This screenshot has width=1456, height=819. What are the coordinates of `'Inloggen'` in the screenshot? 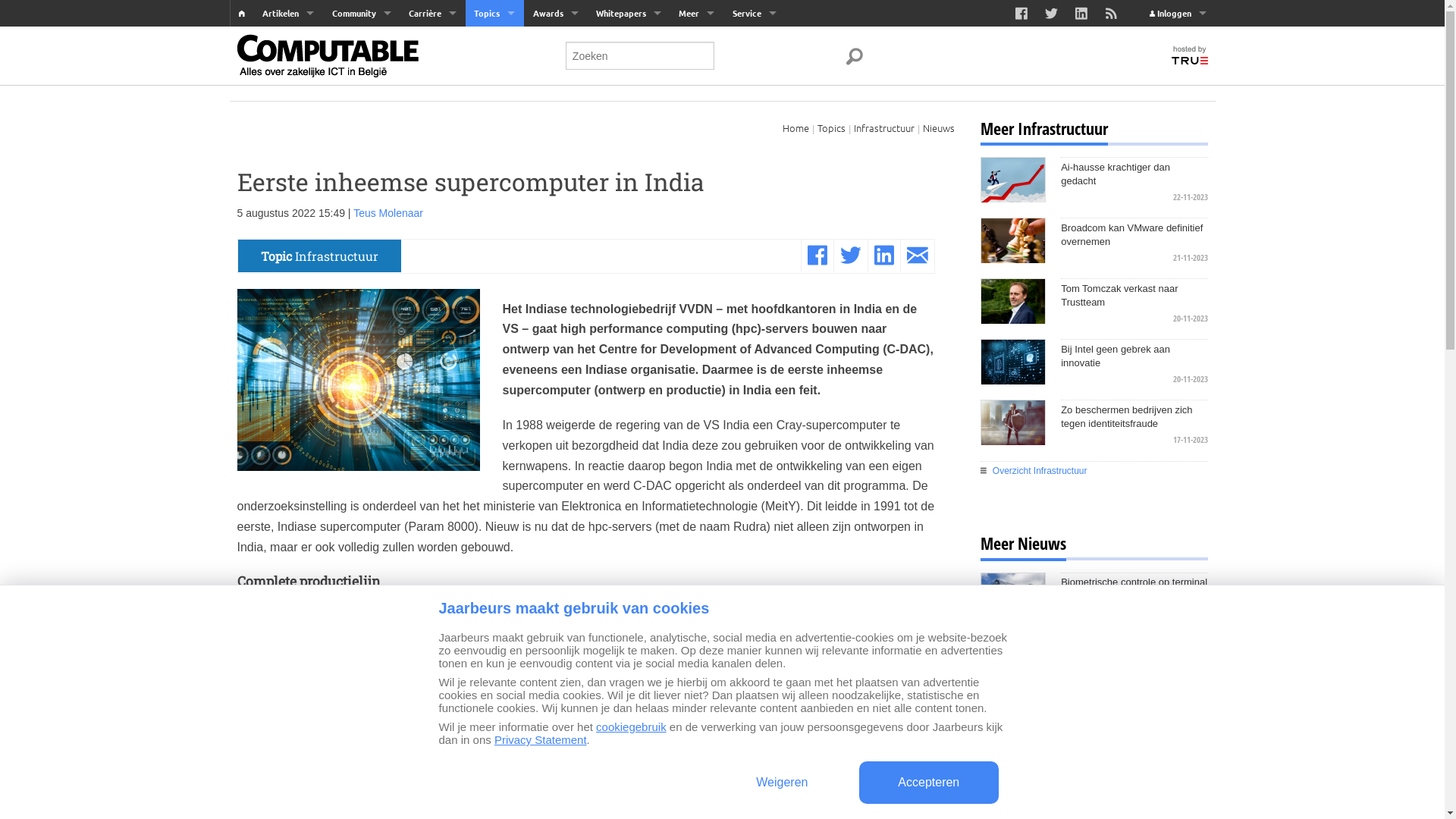 It's located at (1177, 13).